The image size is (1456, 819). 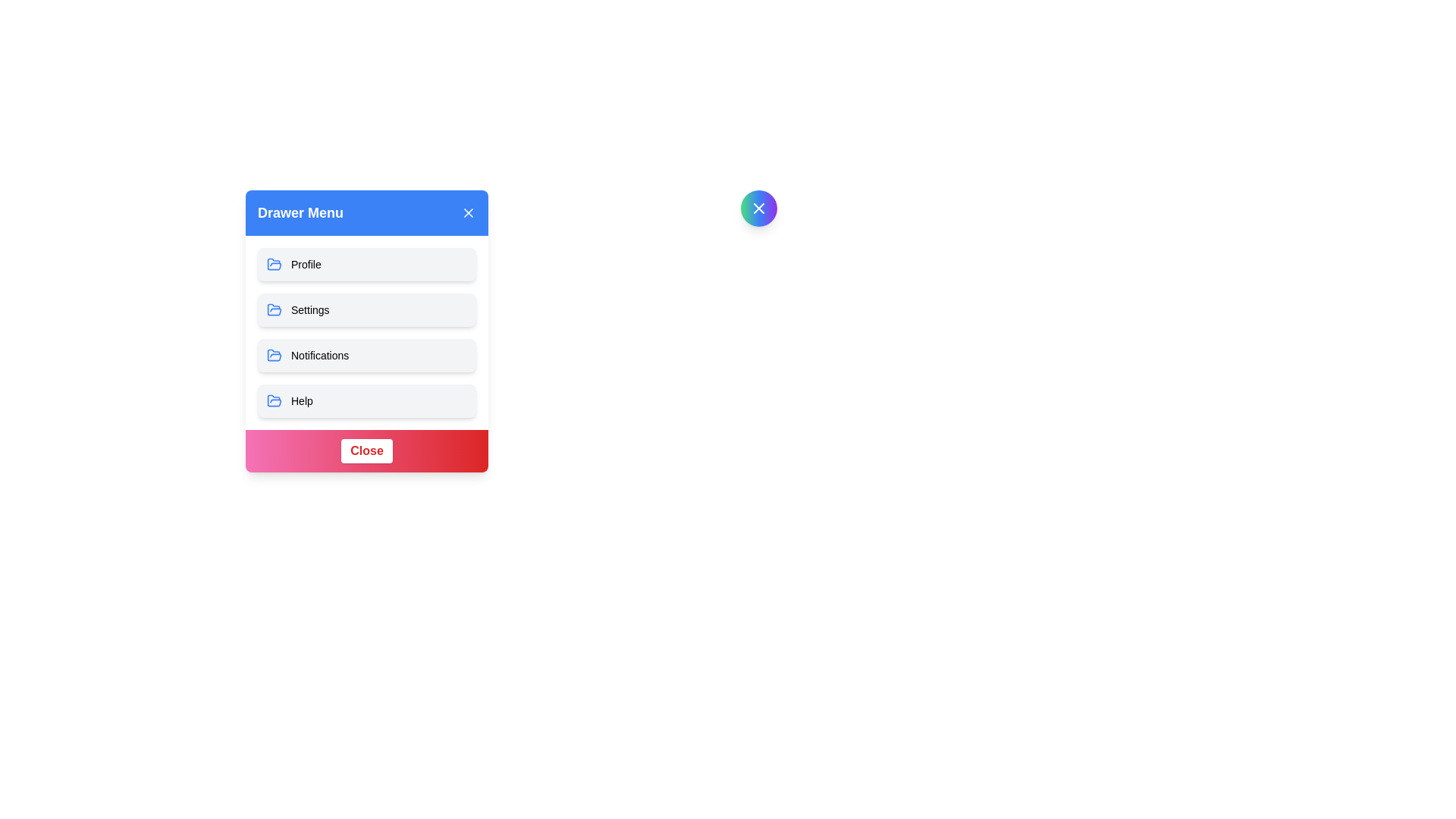 I want to click on the 'Help' text label in the menu, which assists users in locating help-related functionalities or information, so click(x=302, y=400).